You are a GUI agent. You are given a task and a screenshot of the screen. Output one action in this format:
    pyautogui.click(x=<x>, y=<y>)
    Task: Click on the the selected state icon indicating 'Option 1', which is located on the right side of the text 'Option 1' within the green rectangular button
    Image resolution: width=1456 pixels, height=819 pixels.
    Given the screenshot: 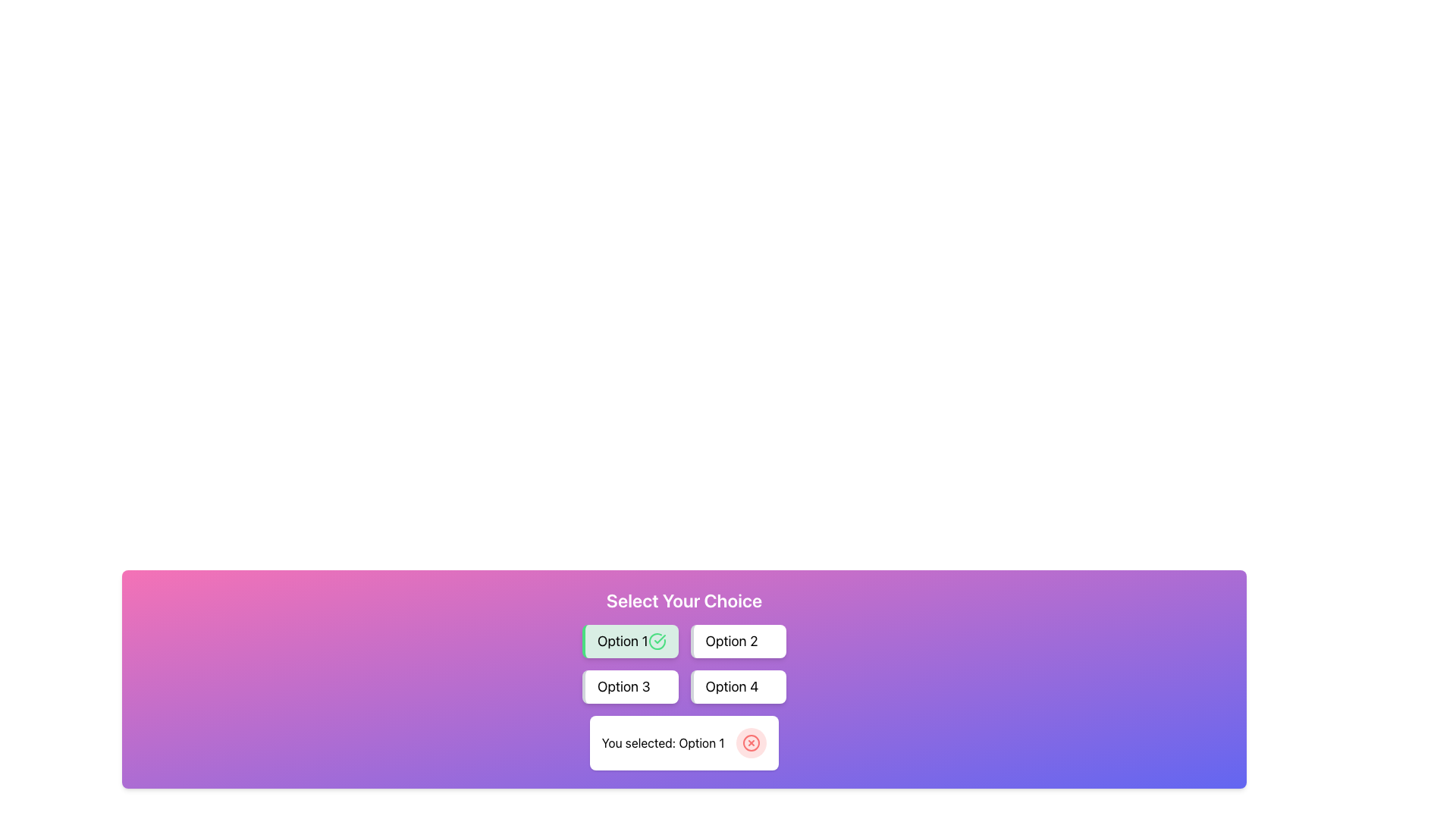 What is the action you would take?
    pyautogui.click(x=657, y=641)
    